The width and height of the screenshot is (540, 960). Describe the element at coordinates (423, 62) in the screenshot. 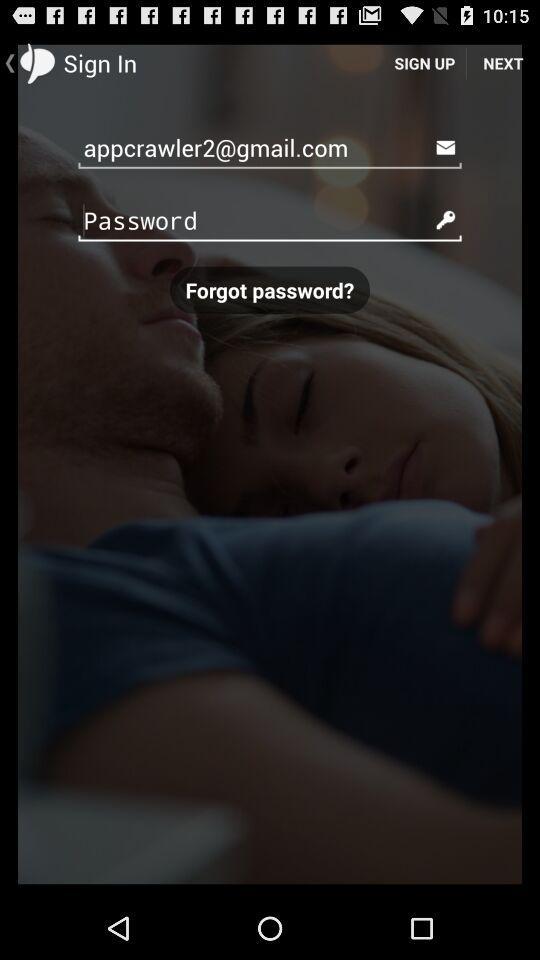

I see `item next to sign in` at that location.